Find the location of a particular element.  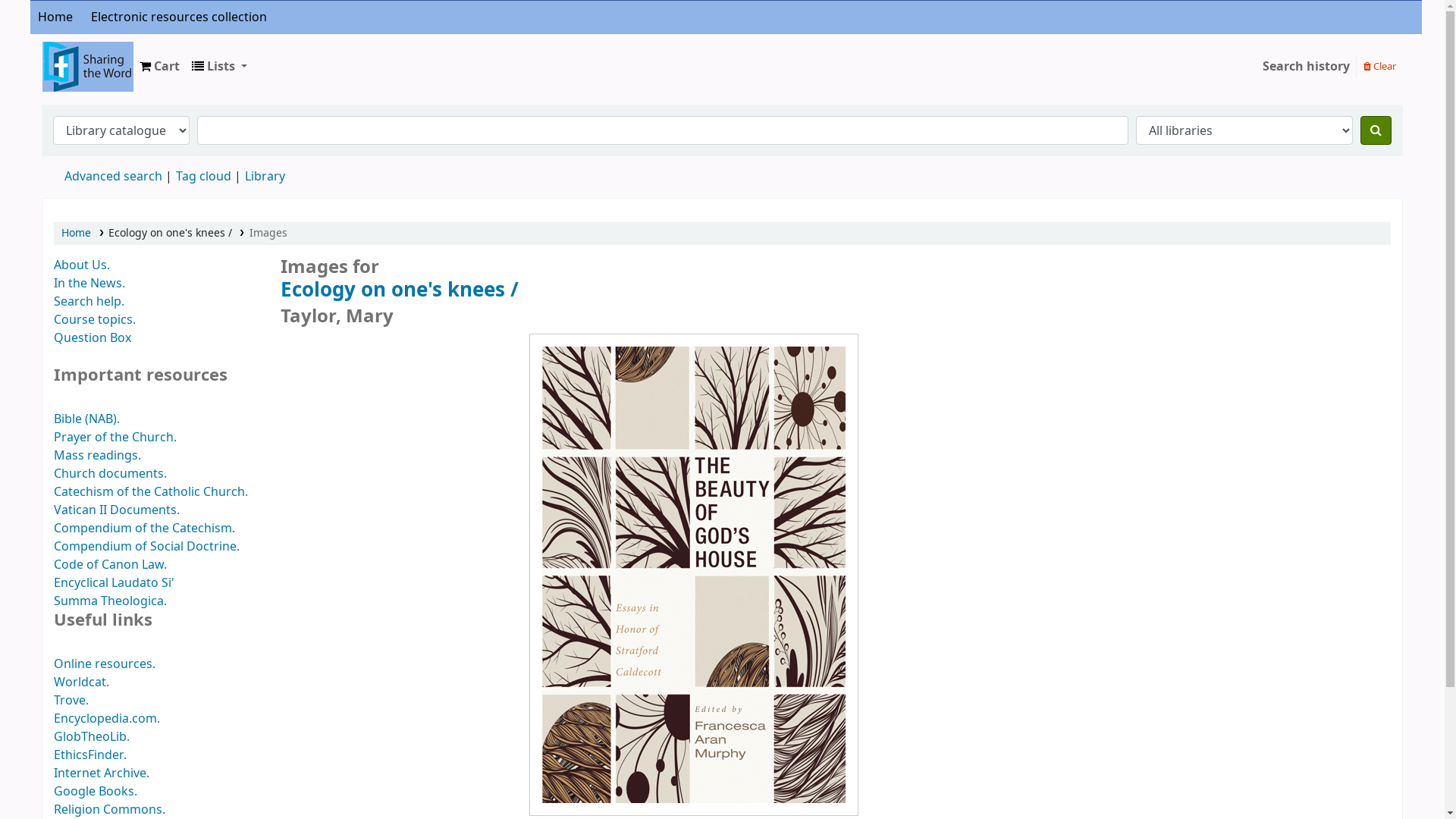

'Electronic resources collection' is located at coordinates (178, 17).